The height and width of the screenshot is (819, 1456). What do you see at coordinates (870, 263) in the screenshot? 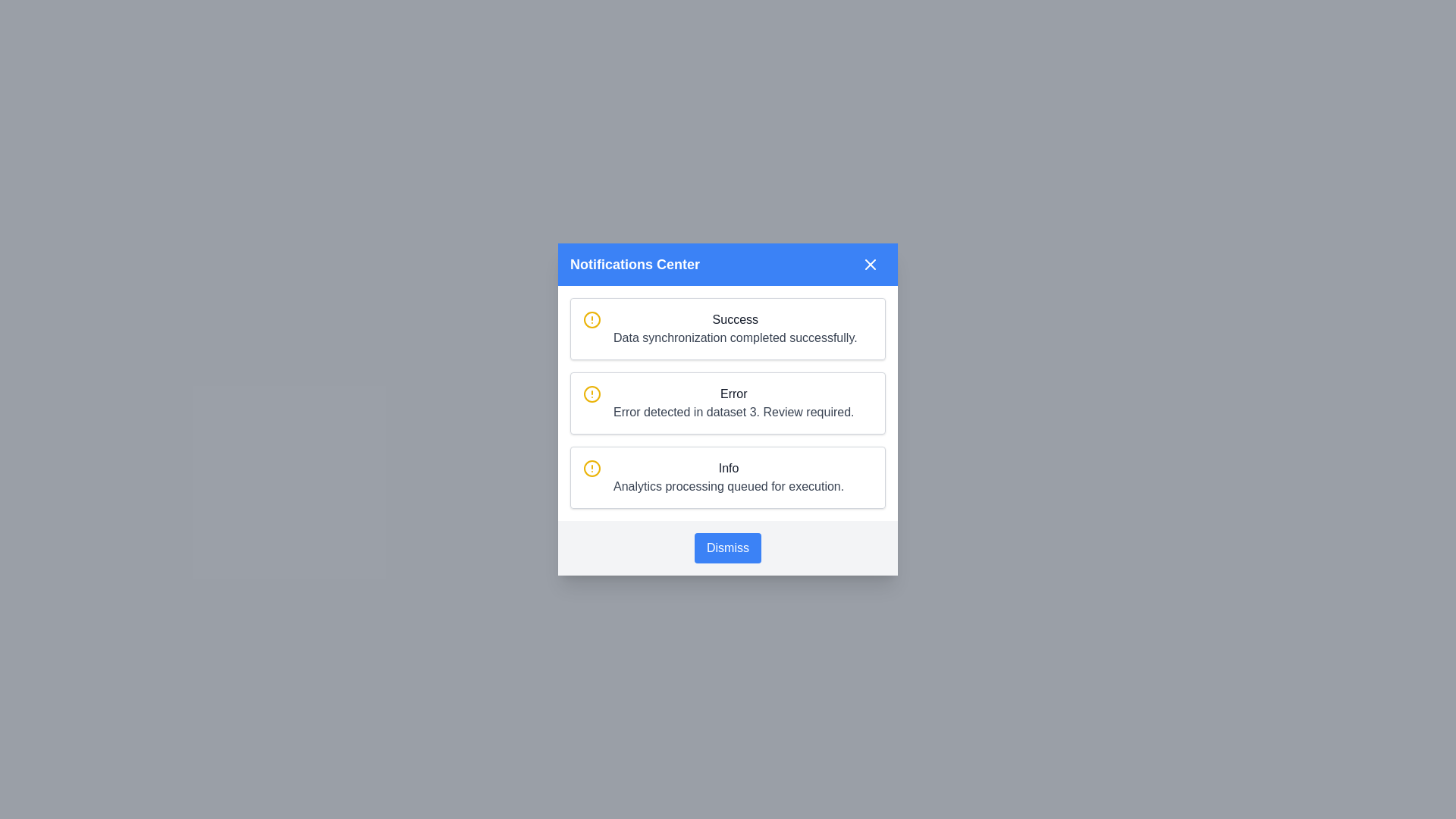
I see `the close button in the header of the notification dialog` at bounding box center [870, 263].